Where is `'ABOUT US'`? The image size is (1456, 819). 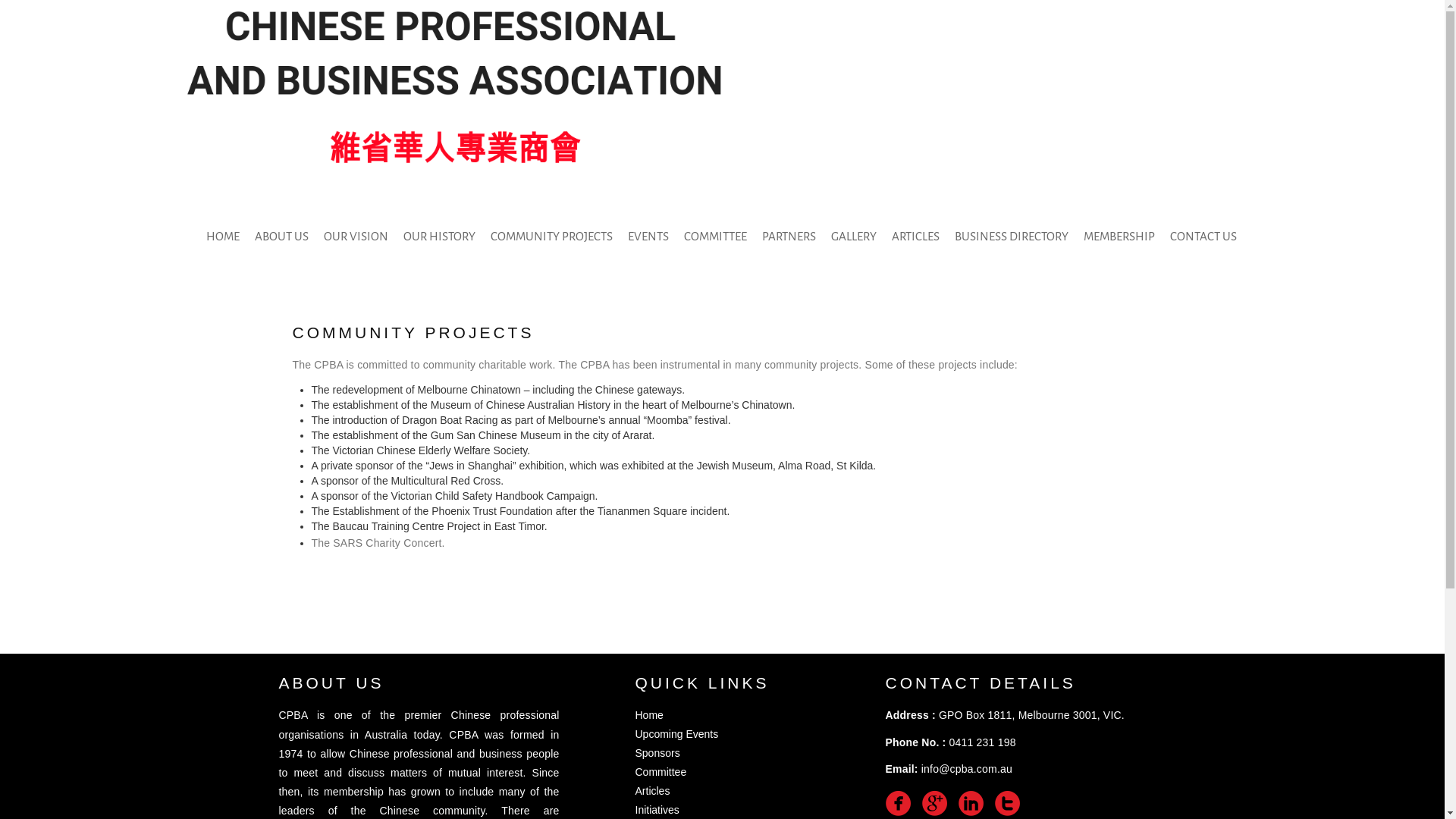
'ABOUT US' is located at coordinates (247, 237).